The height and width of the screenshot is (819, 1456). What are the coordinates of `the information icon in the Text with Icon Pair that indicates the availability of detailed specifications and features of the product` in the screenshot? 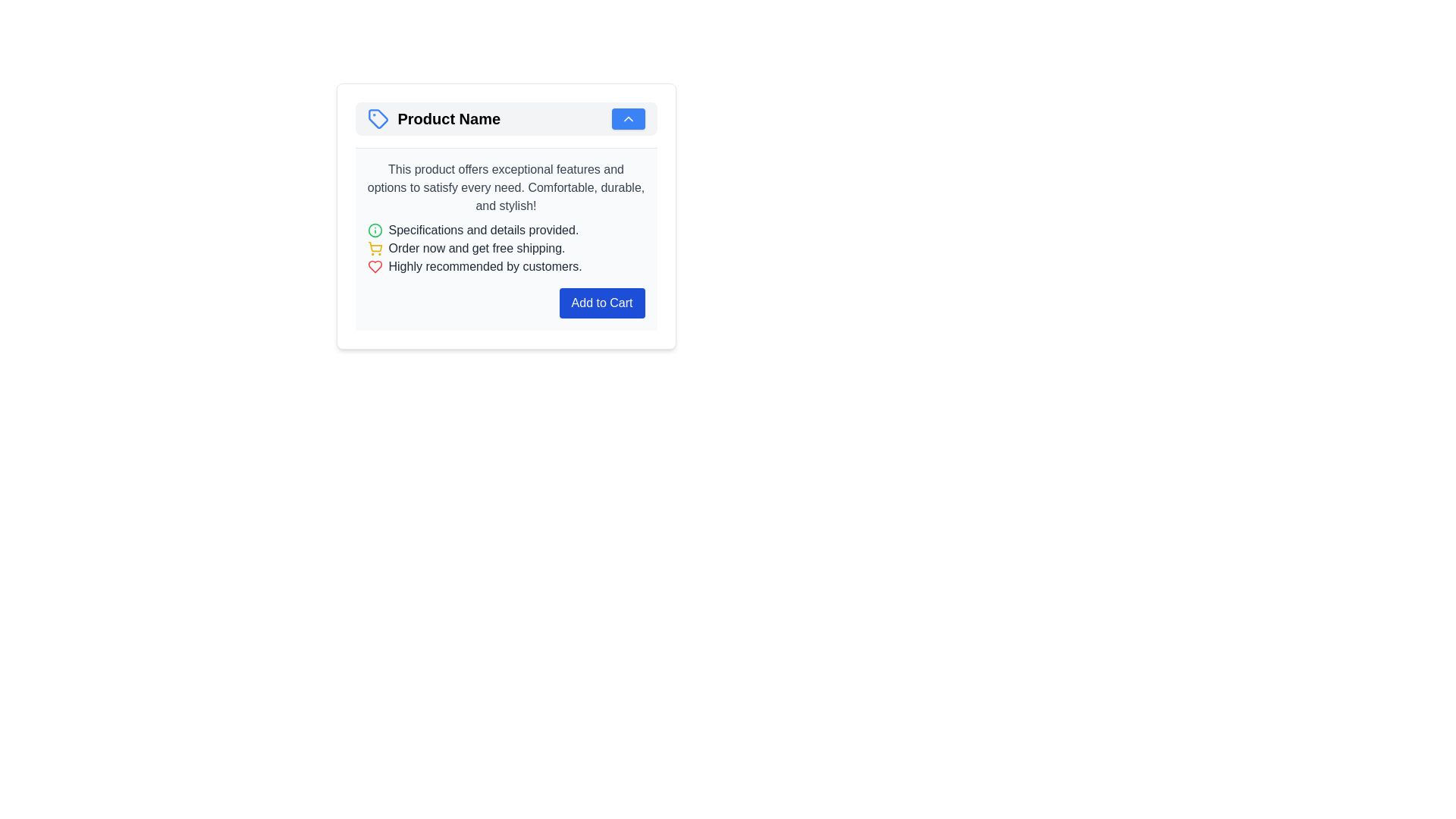 It's located at (506, 231).